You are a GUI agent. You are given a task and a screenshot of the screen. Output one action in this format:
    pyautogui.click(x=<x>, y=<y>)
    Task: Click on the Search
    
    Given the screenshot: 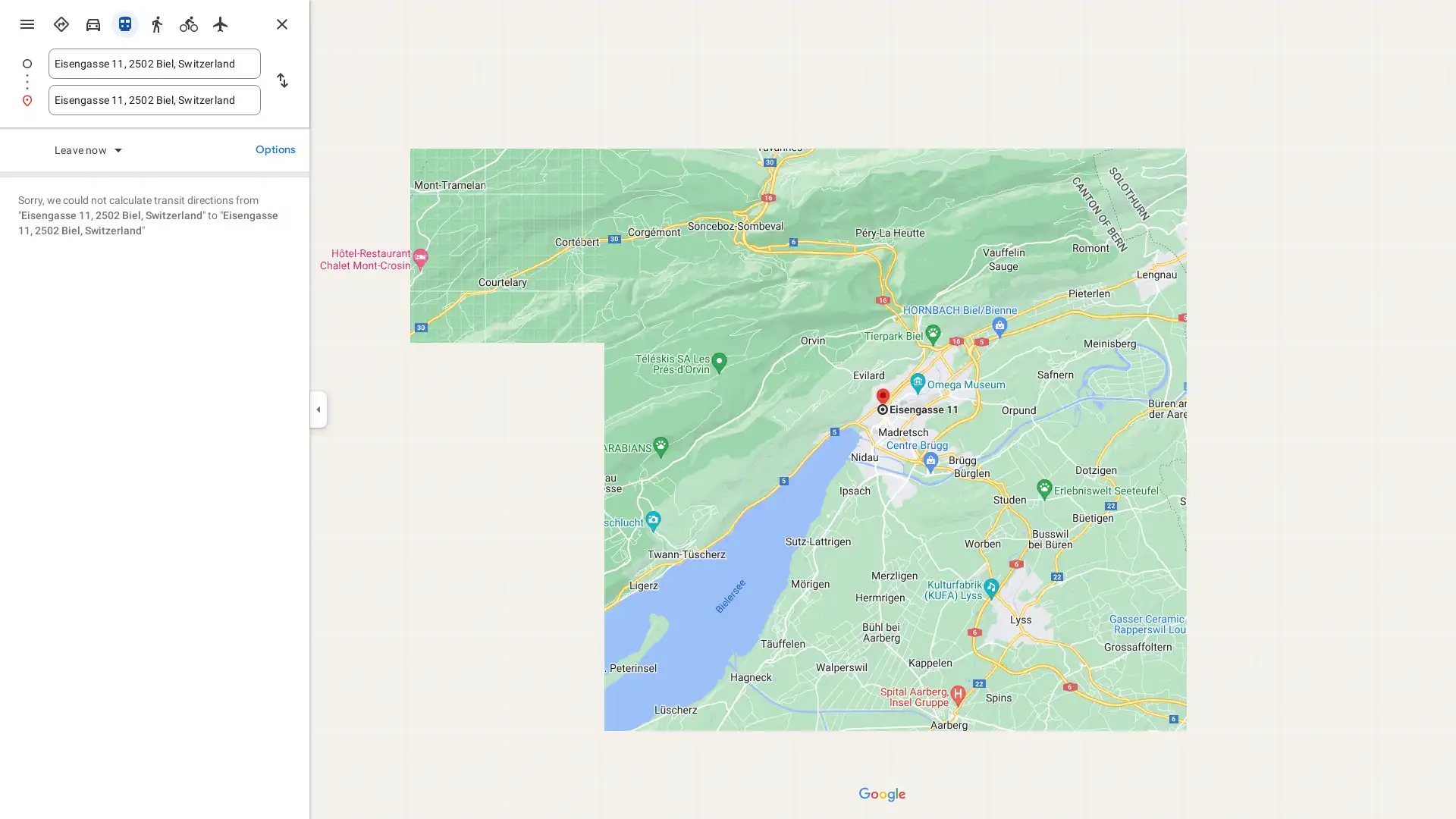 What is the action you would take?
    pyautogui.click(x=322, y=63)
    